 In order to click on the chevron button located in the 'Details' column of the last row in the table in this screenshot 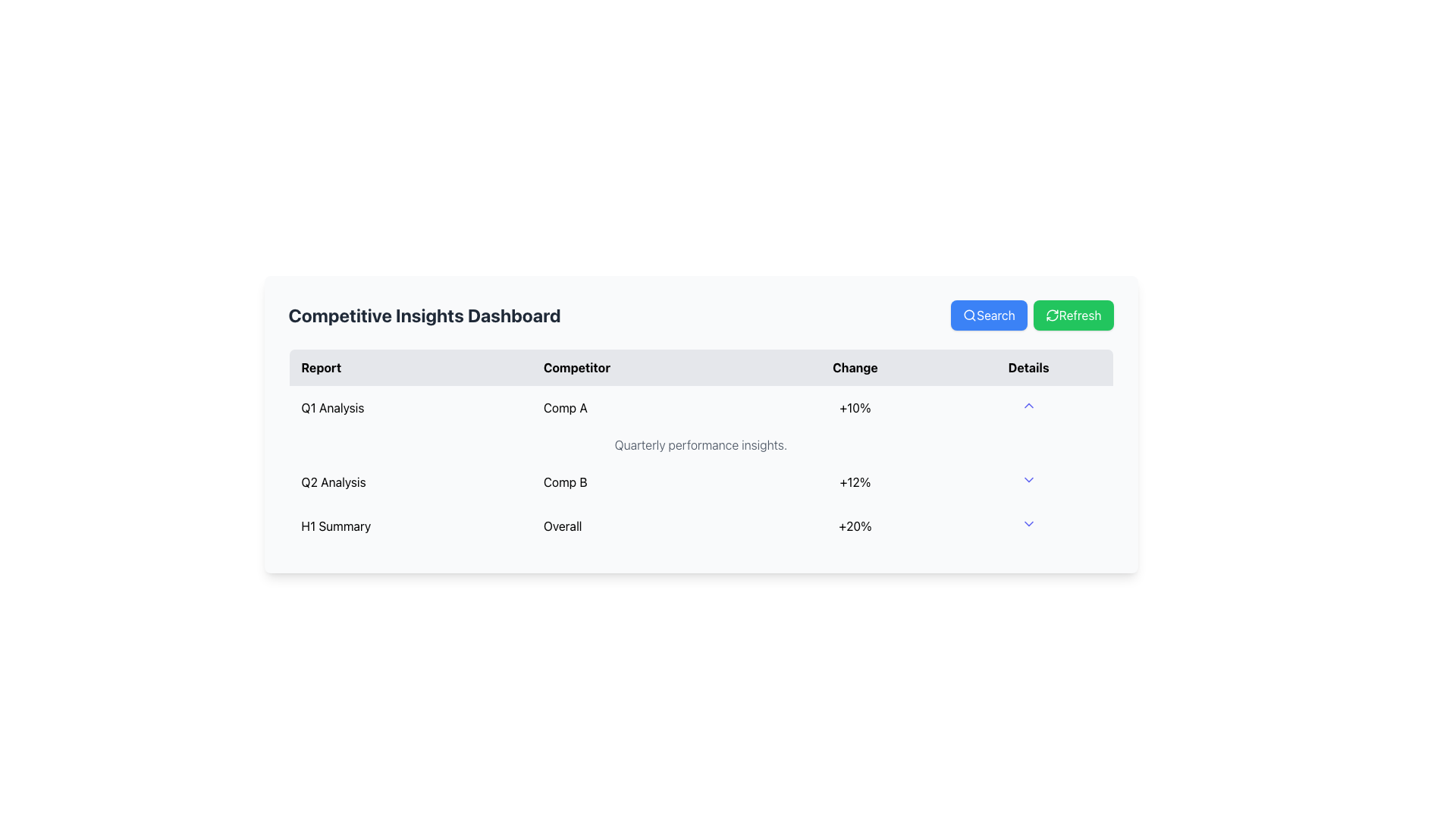, I will do `click(1028, 522)`.